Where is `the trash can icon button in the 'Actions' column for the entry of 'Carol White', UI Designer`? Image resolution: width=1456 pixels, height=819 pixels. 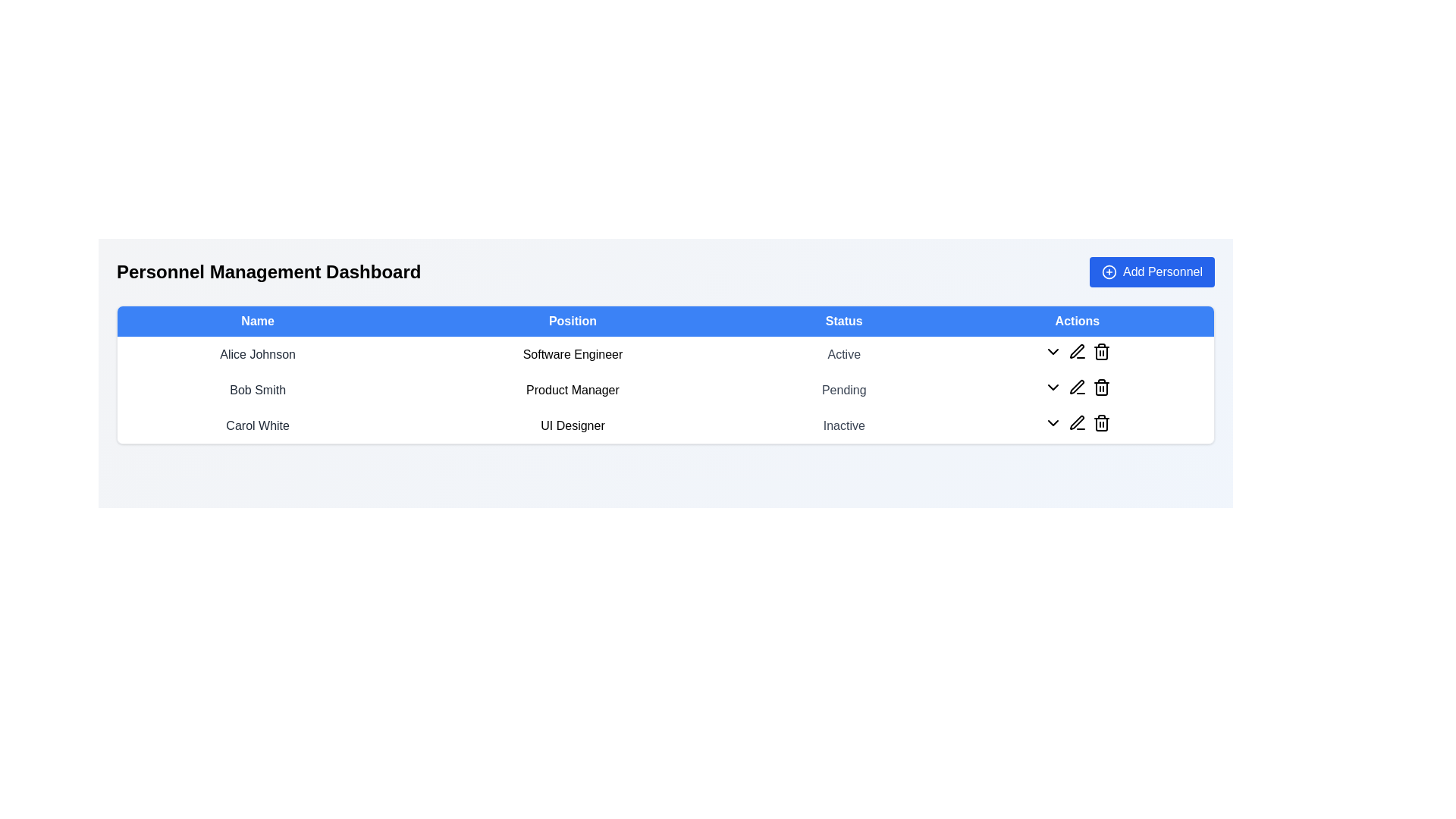 the trash can icon button in the 'Actions' column for the entry of 'Carol White', UI Designer is located at coordinates (1101, 423).